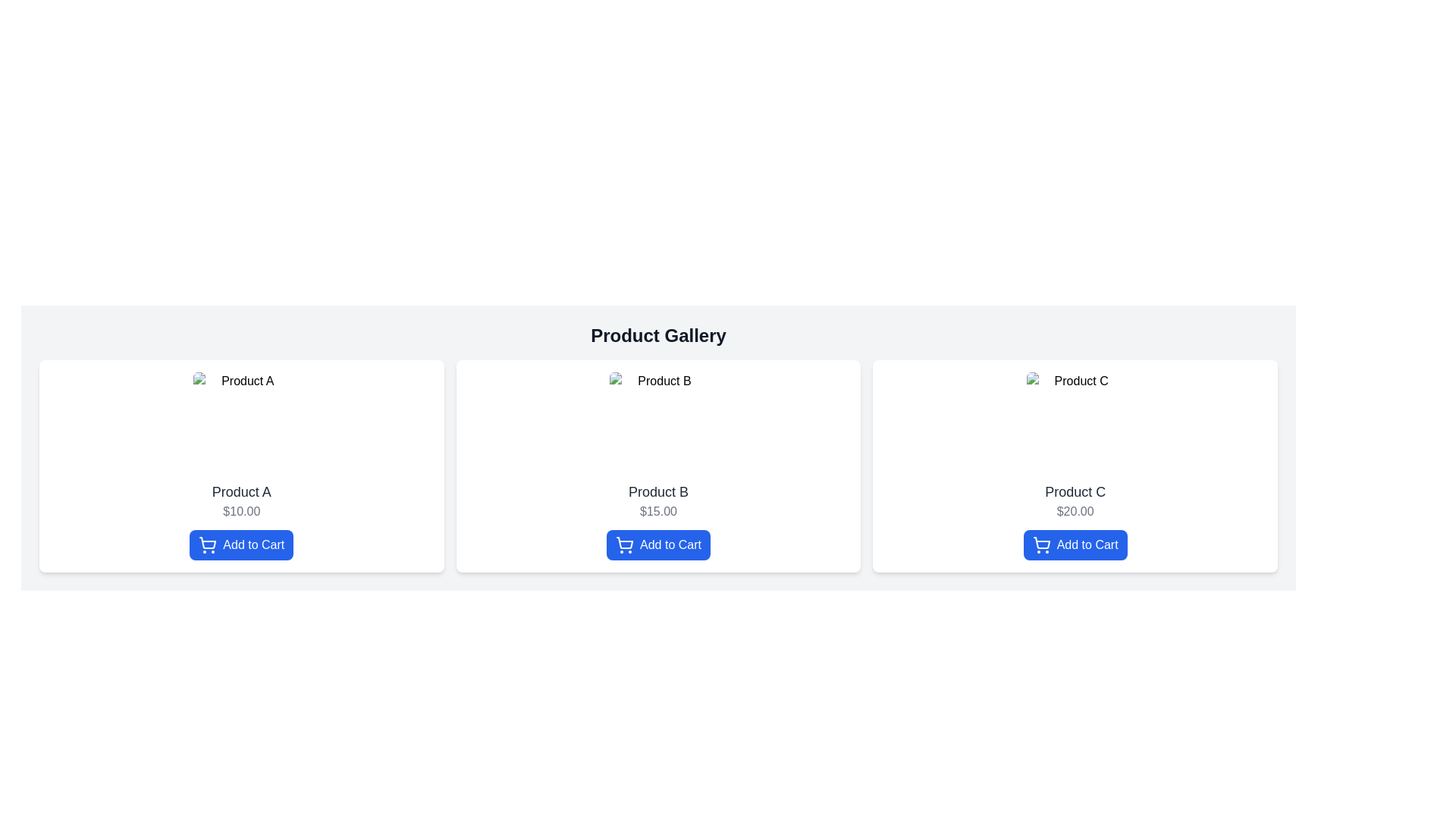  Describe the element at coordinates (240, 465) in the screenshot. I see `image placeholder within the Product card labeled 'Product A' which is styled with a white background and contains a blue 'Add to Cart' button` at that location.